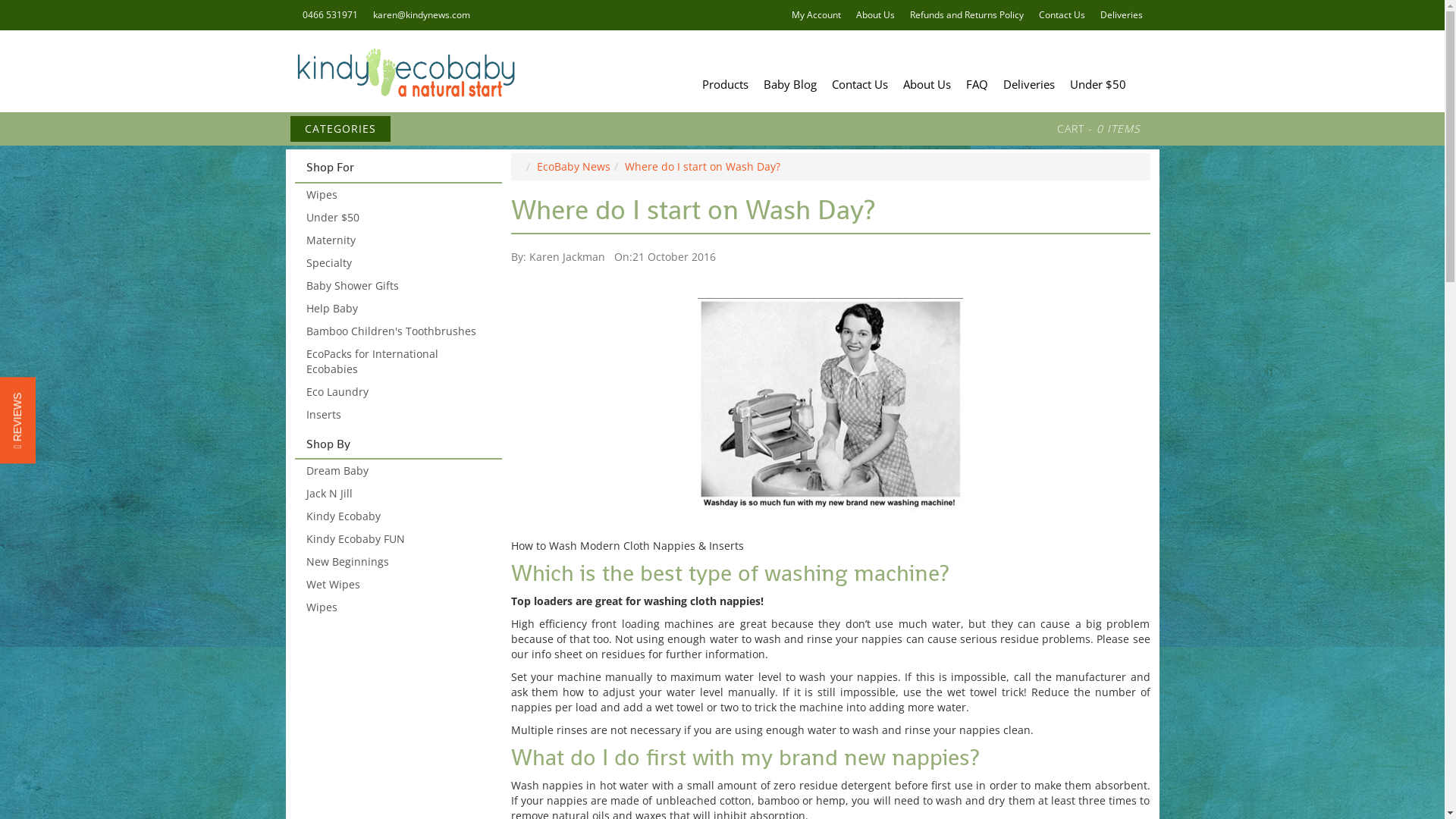 Image resolution: width=1456 pixels, height=819 pixels. What do you see at coordinates (397, 217) in the screenshot?
I see `'Under $50'` at bounding box center [397, 217].